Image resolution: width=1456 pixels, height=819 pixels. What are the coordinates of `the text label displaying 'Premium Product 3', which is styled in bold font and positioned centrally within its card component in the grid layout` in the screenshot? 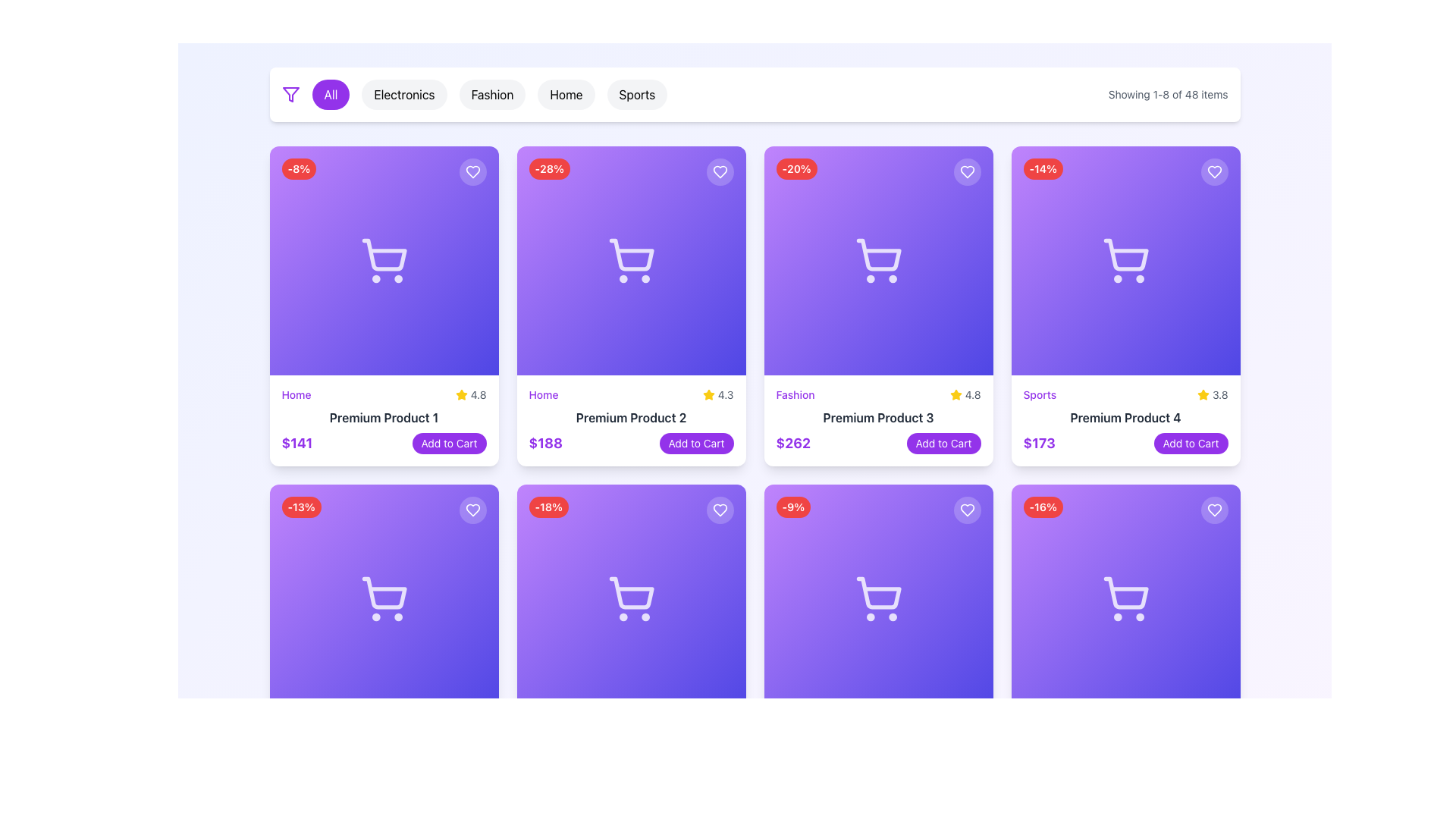 It's located at (878, 418).